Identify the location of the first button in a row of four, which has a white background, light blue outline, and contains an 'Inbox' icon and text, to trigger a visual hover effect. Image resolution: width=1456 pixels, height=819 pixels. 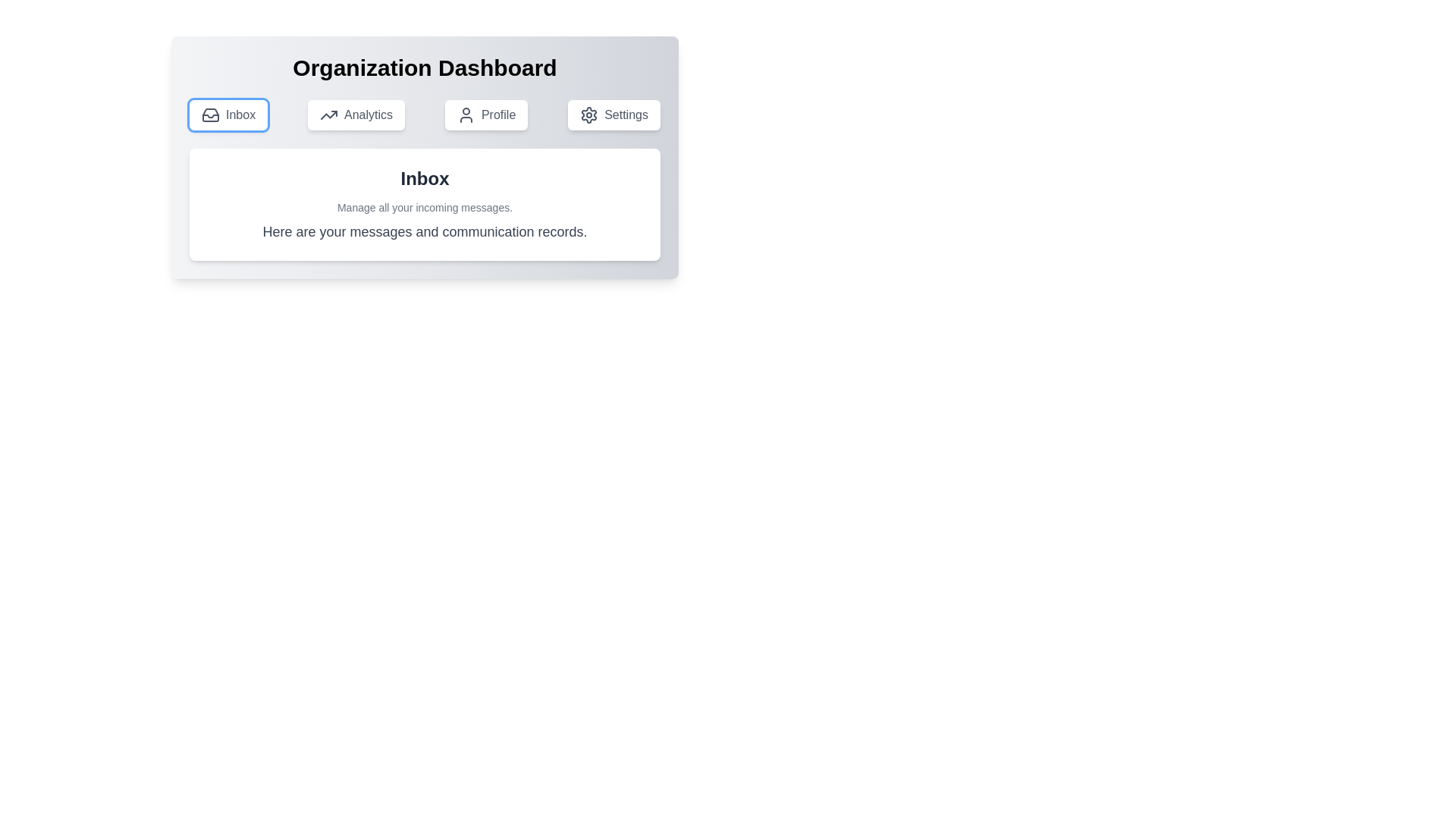
(227, 114).